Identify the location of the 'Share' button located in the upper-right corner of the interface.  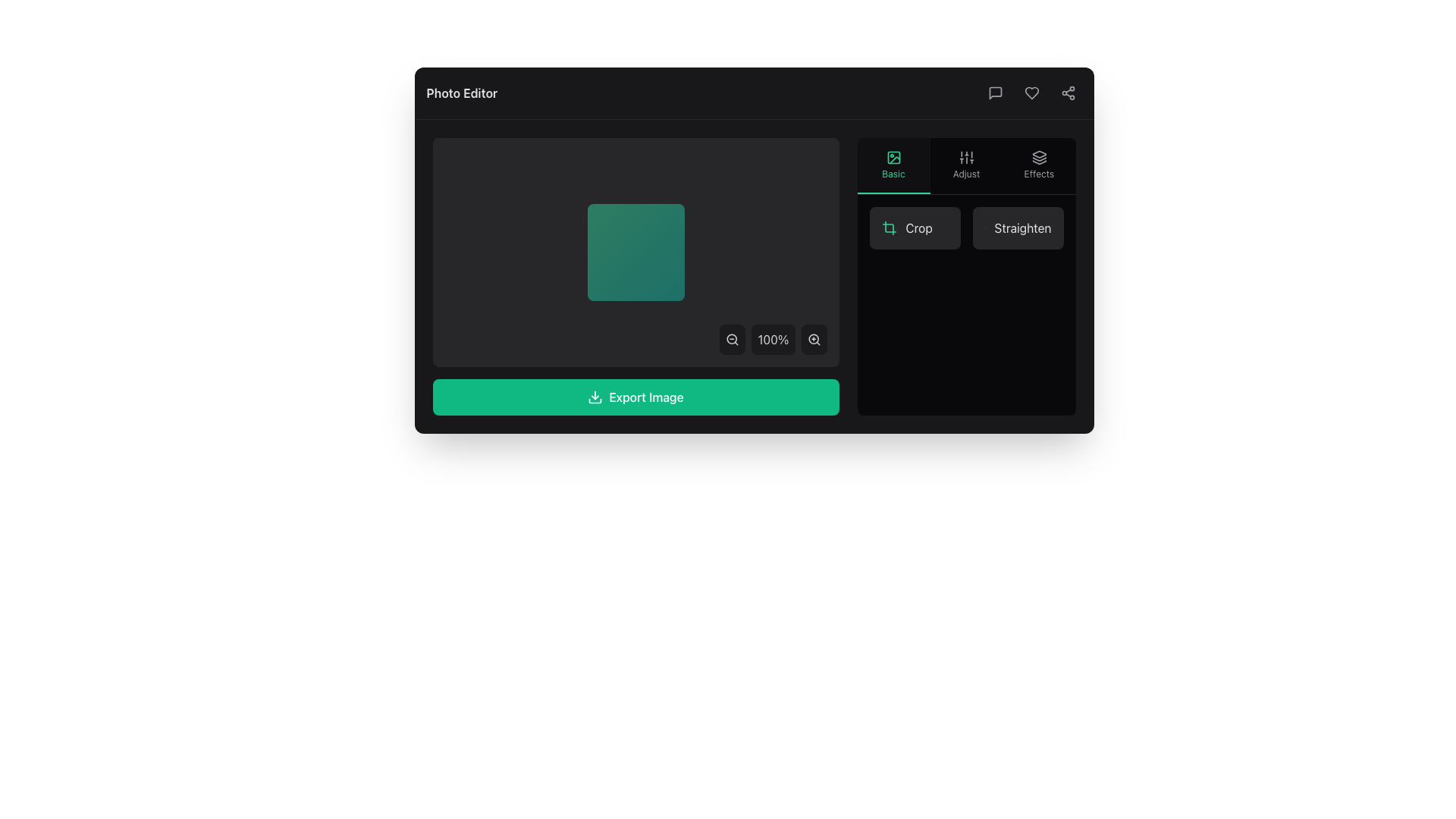
(1067, 93).